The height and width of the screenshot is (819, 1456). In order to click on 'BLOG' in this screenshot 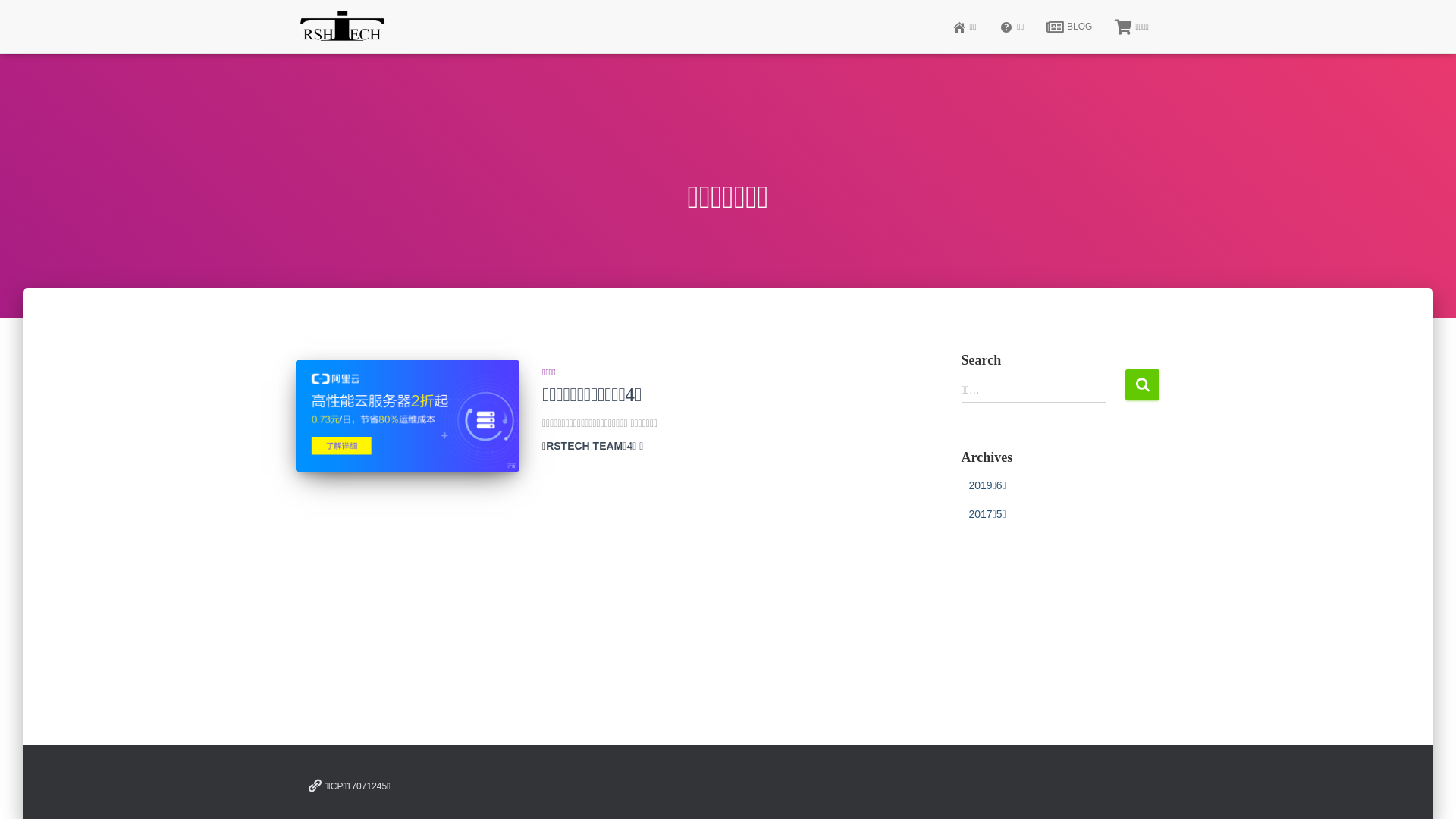, I will do `click(1068, 26)`.